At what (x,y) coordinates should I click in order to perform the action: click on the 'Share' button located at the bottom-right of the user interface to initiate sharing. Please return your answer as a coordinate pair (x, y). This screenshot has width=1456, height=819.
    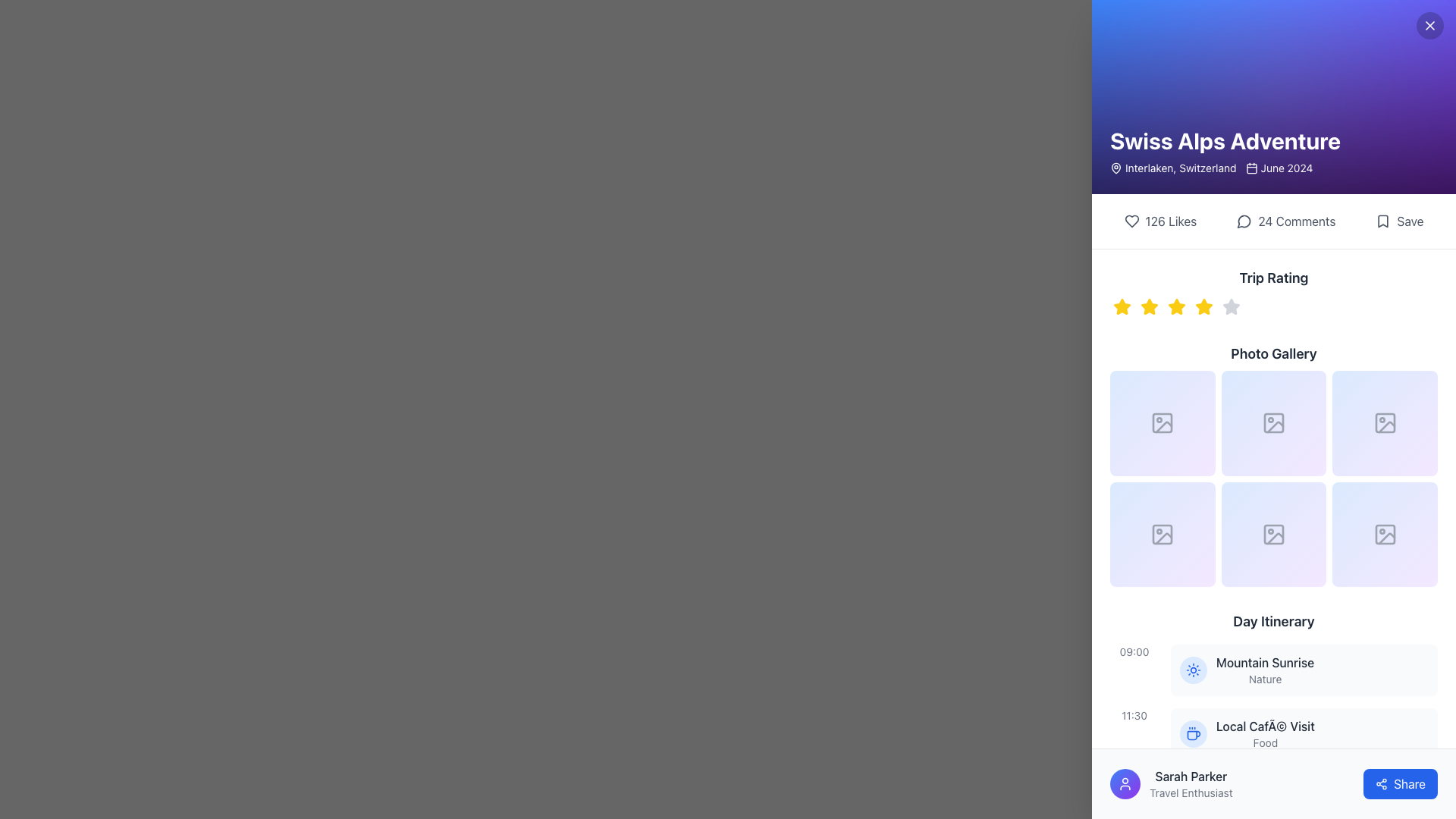
    Looking at the image, I should click on (1400, 783).